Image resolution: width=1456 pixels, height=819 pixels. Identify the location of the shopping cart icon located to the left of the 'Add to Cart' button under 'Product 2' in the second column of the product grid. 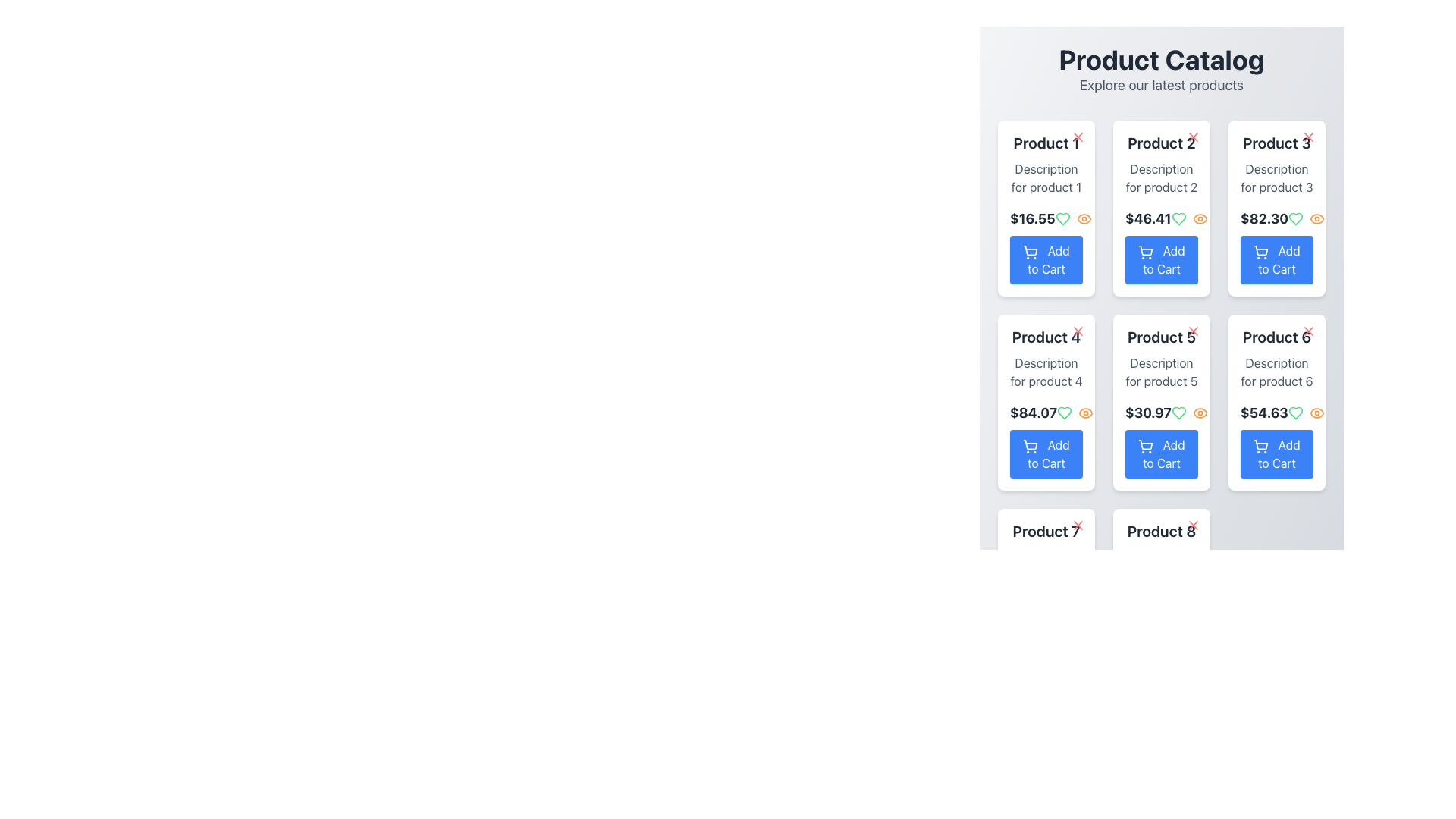
(1146, 251).